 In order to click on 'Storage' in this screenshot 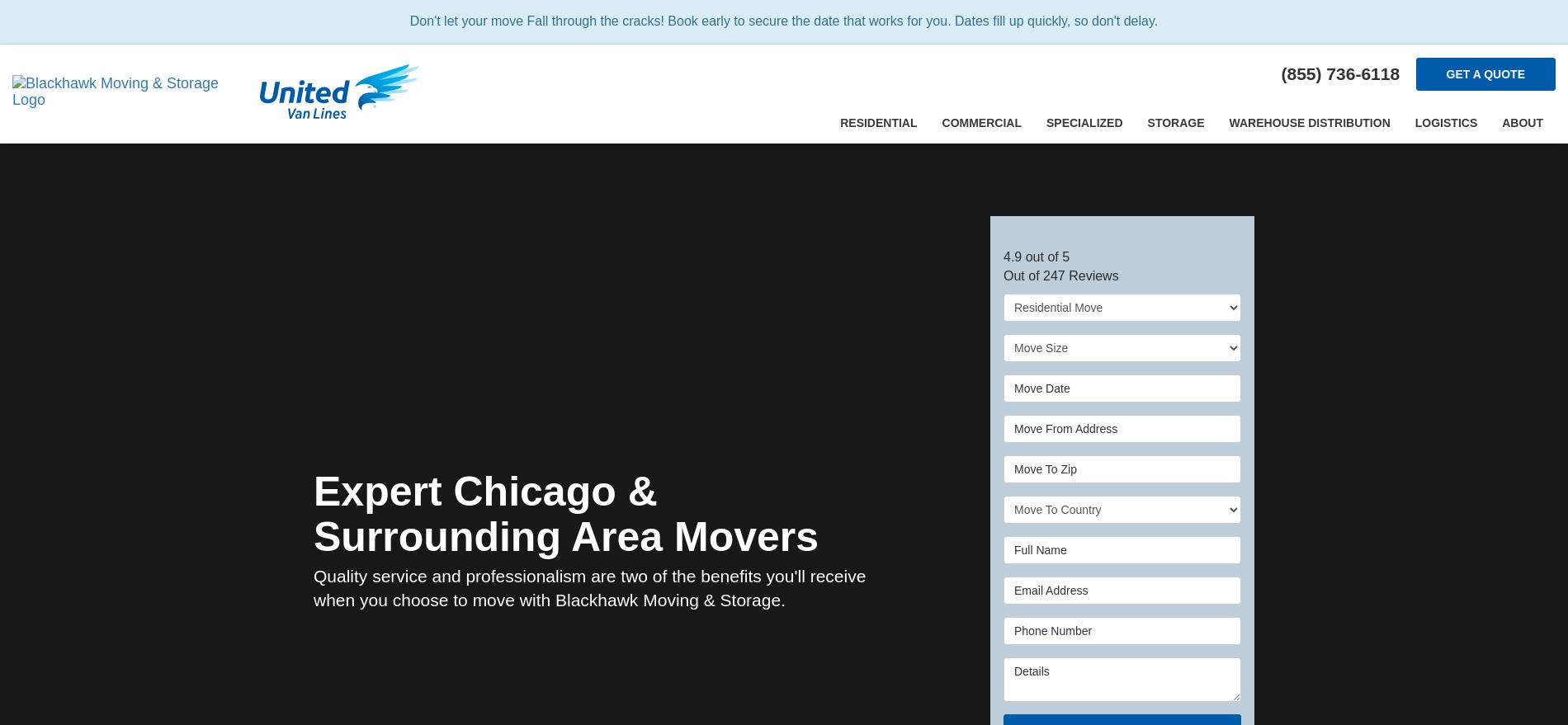, I will do `click(1174, 122)`.